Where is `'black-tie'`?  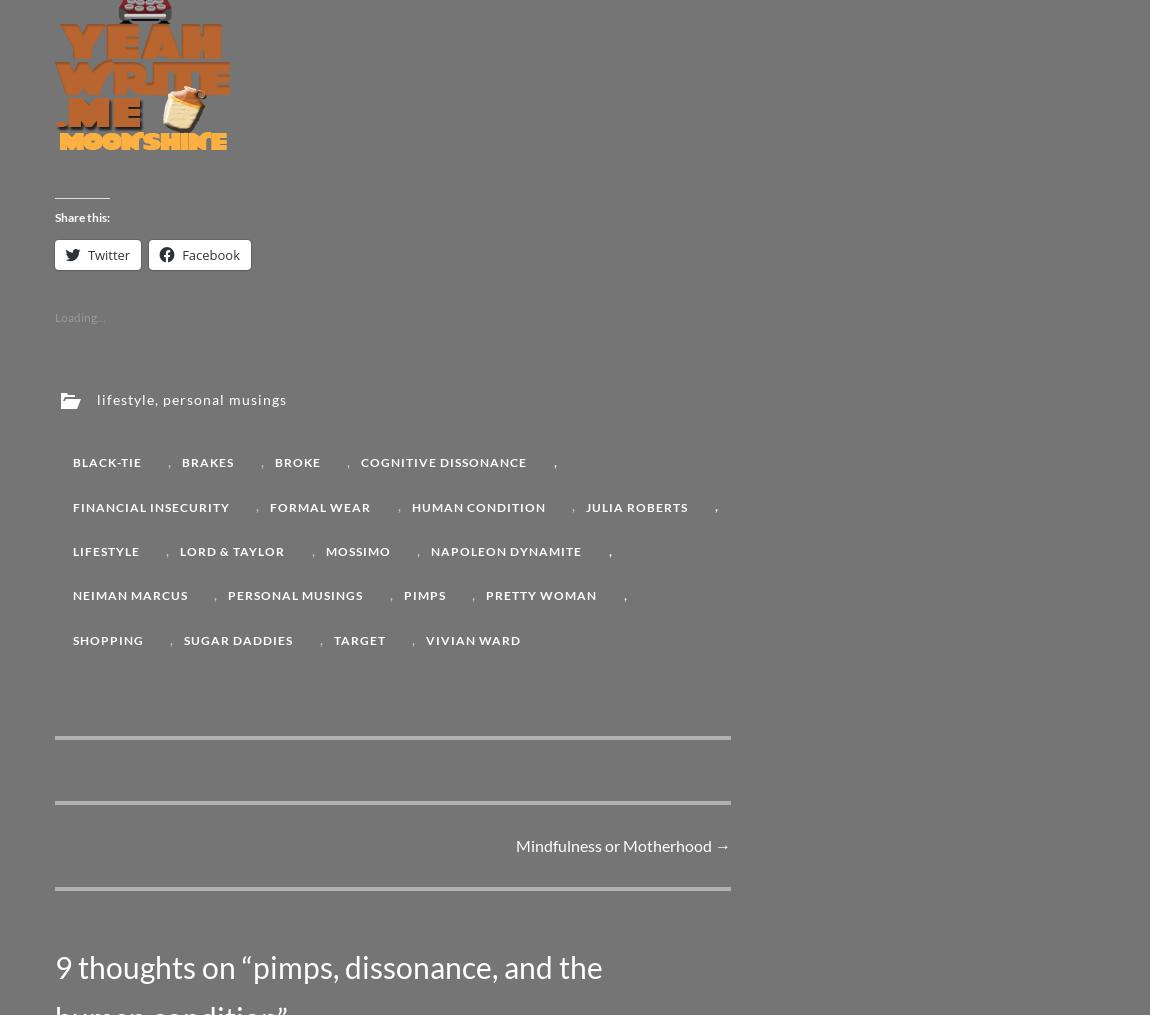
'black-tie' is located at coordinates (106, 461).